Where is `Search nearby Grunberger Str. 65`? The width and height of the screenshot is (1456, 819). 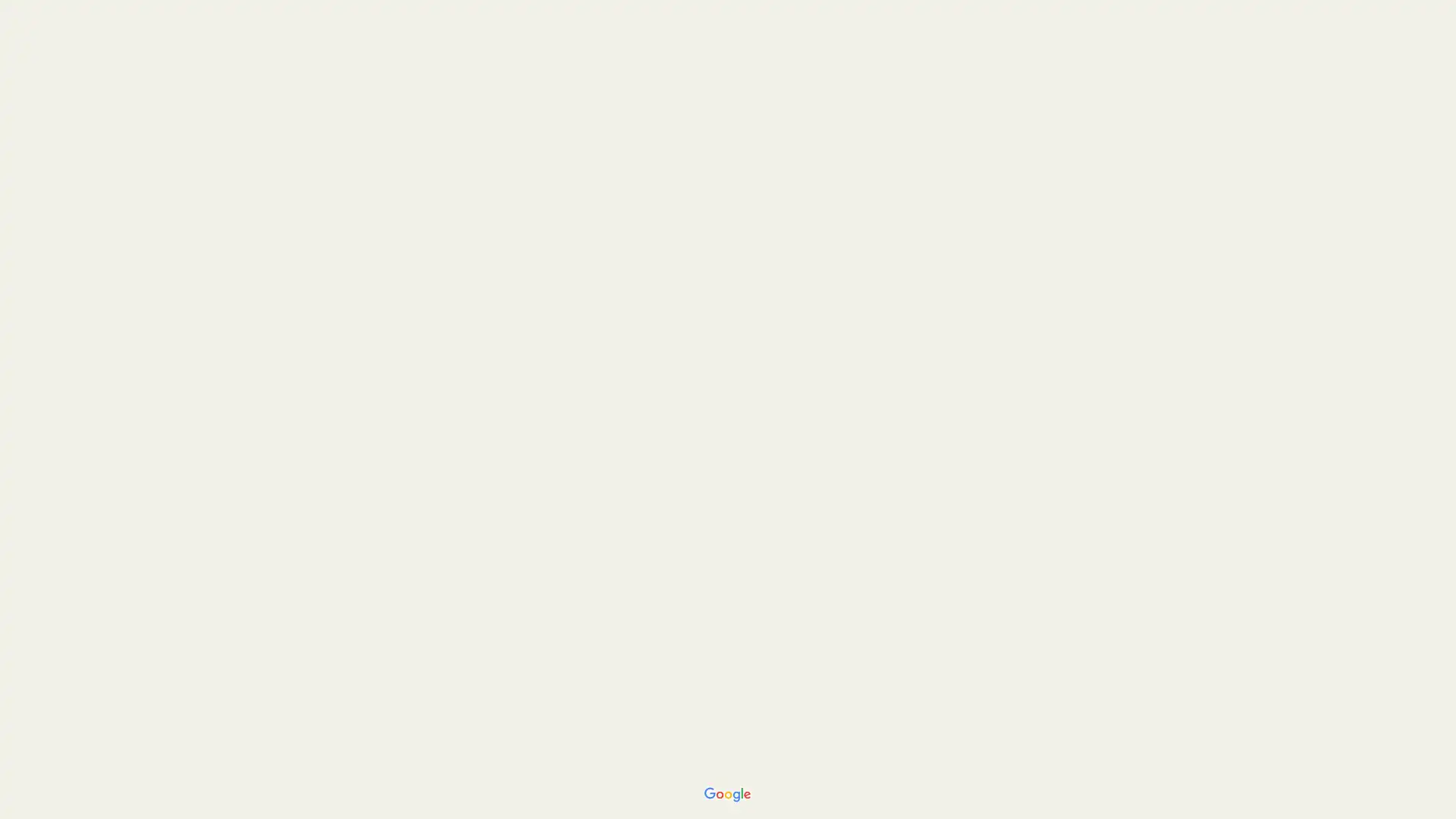 Search nearby Grunberger Str. 65 is located at coordinates (154, 304).